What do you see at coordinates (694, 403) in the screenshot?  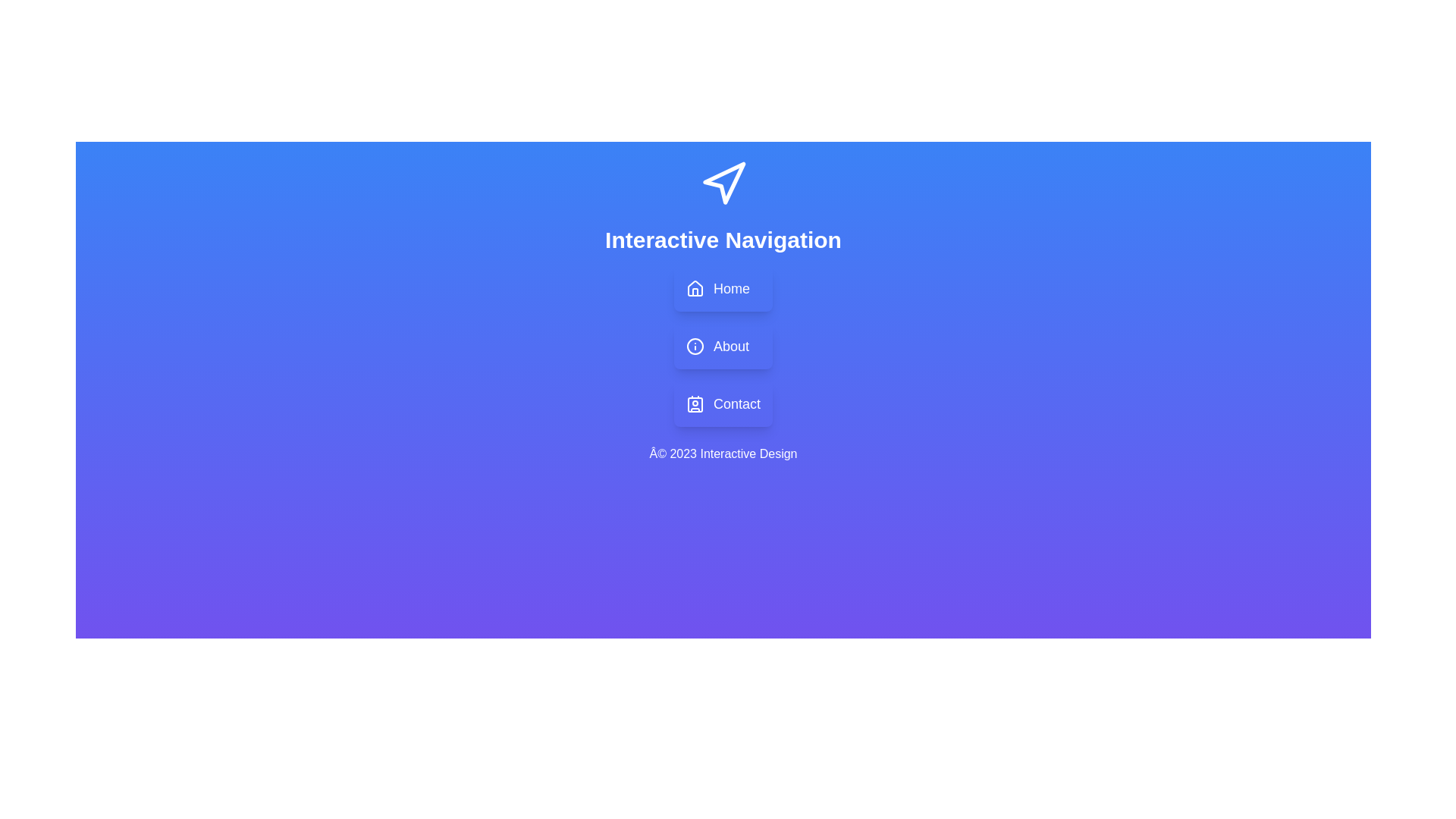 I see `the surrounding button of the identification/contact card SVG icon located in the 'Contact' option of the navigation menu` at bounding box center [694, 403].